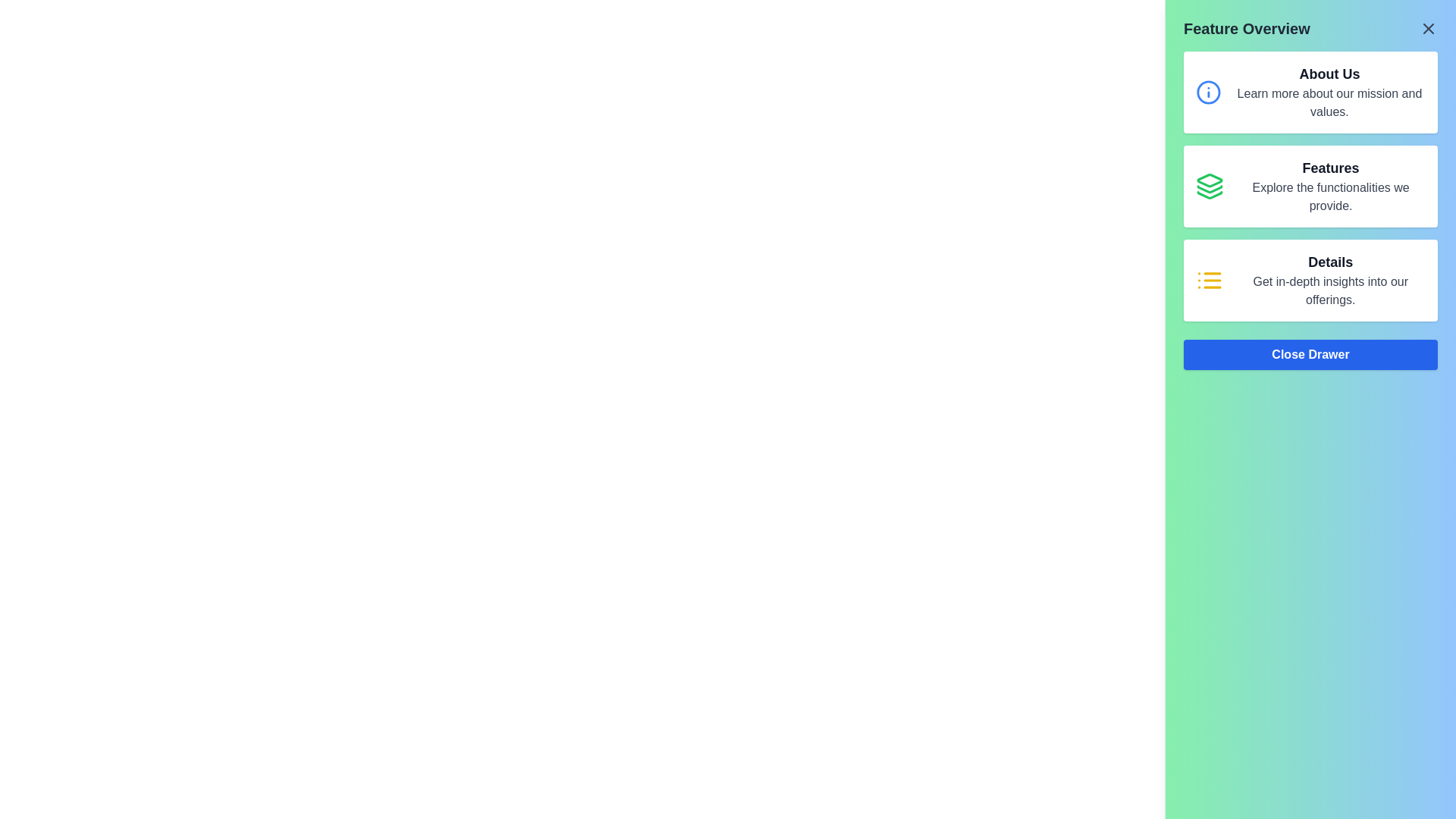 This screenshot has width=1456, height=819. I want to click on the blue information icon styled with a rounded hollow circle and lowercase 'i', located to the left of the 'About Us' text in the 'Feature Overview' panel, so click(1207, 93).